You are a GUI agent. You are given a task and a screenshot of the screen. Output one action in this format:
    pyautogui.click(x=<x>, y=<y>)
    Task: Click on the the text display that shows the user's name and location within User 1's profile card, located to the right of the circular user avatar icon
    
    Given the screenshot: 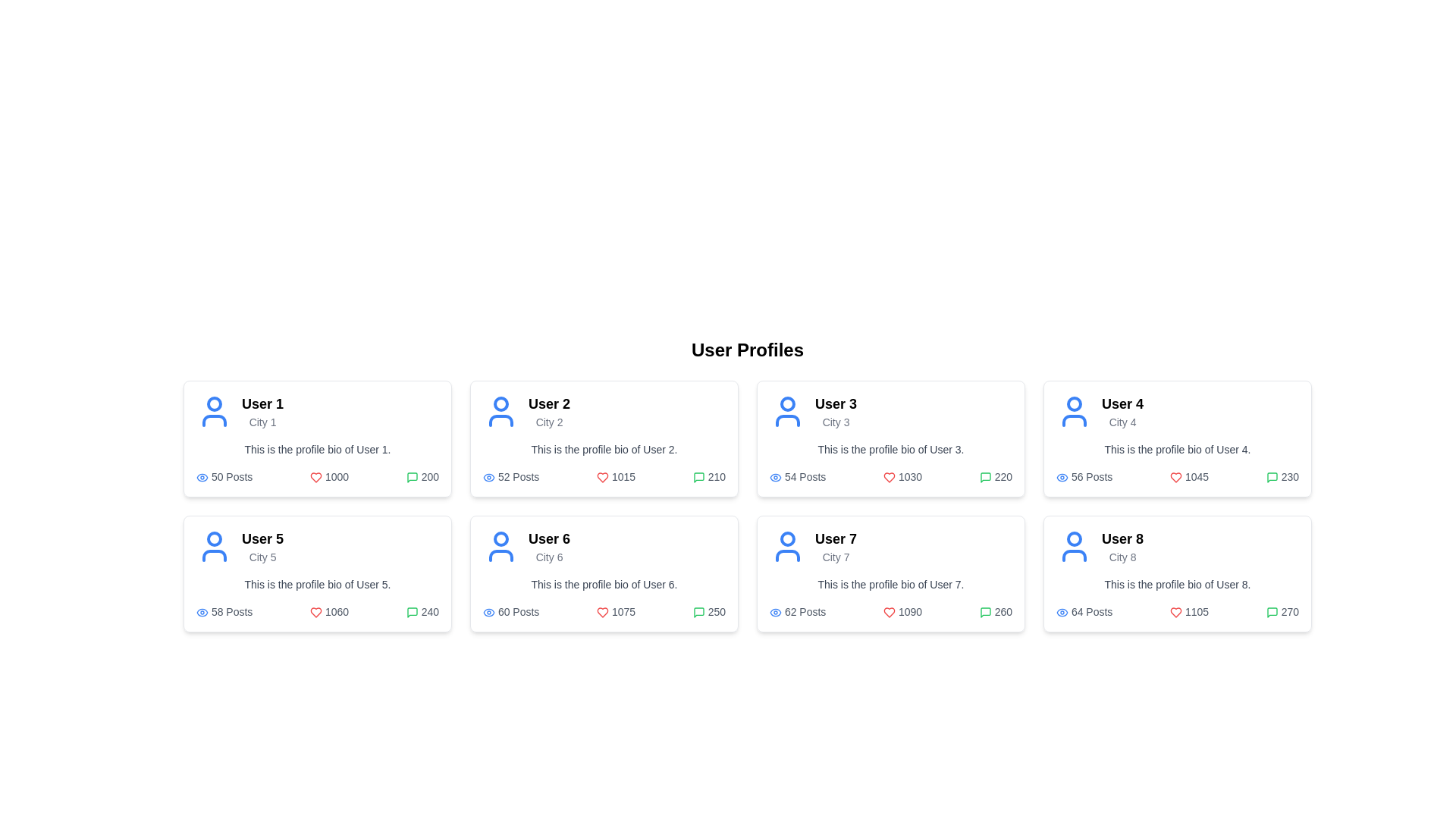 What is the action you would take?
    pyautogui.click(x=262, y=412)
    